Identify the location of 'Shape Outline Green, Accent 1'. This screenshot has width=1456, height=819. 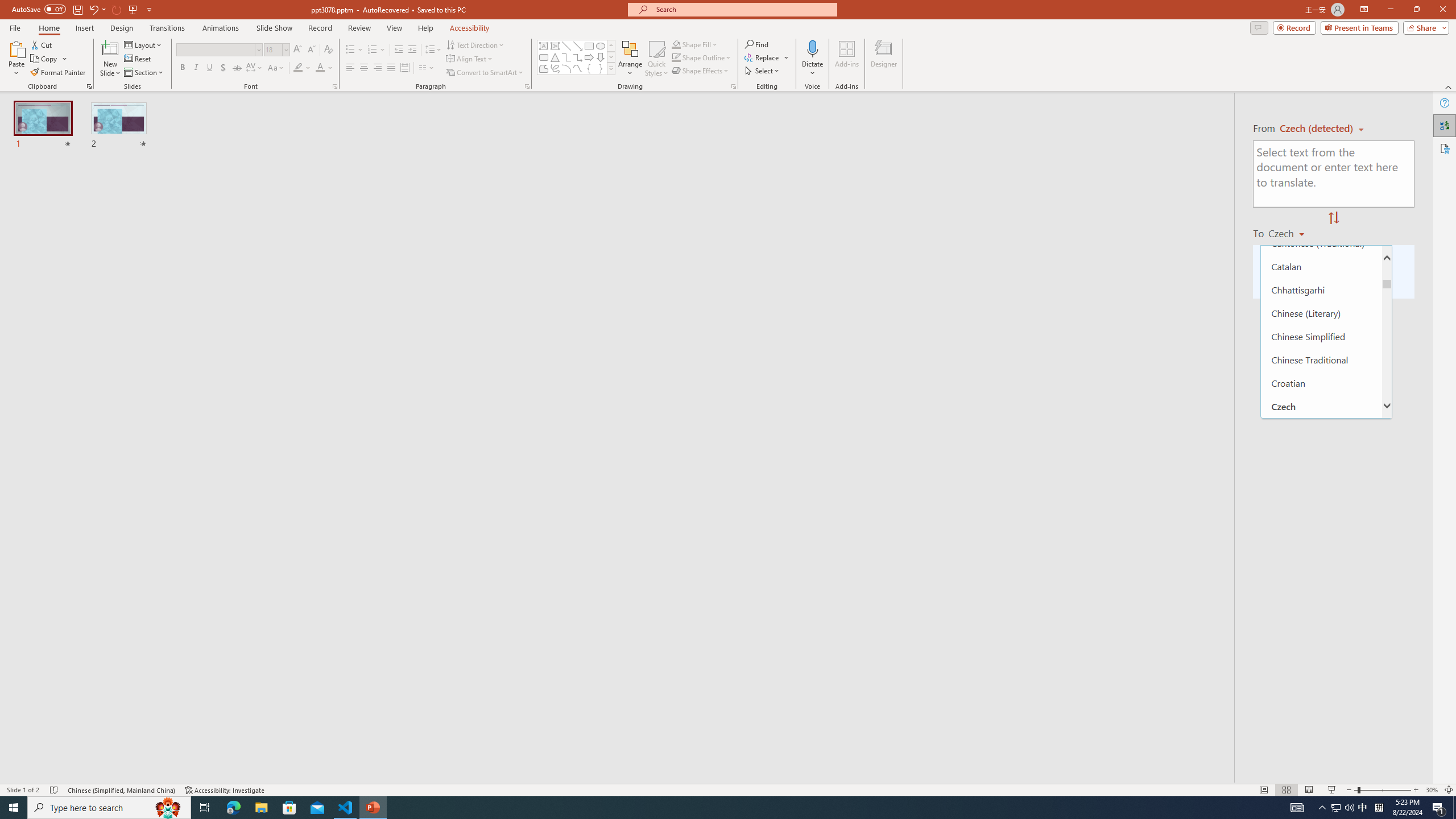
(676, 56).